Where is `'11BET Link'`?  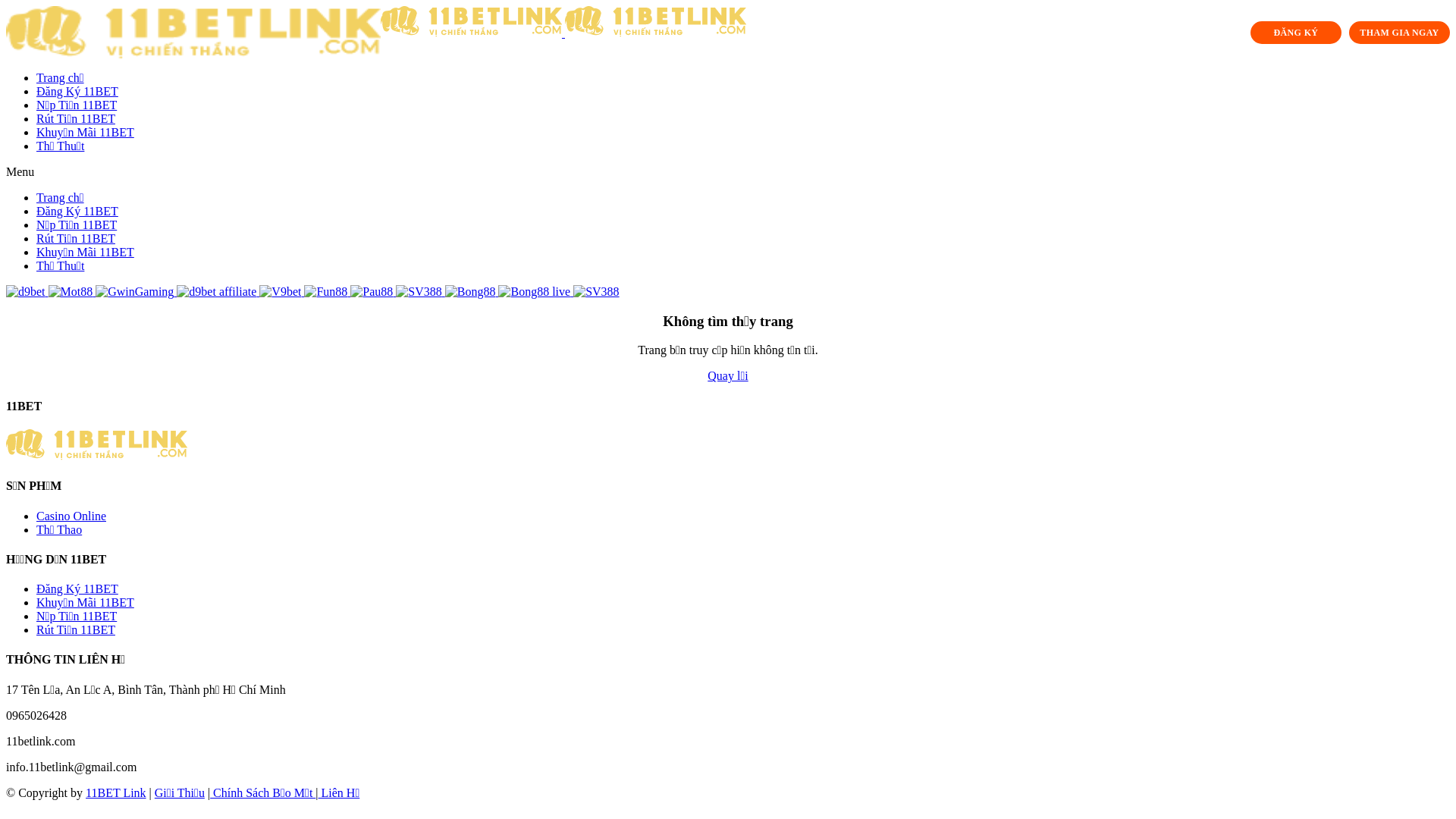 '11BET Link' is located at coordinates (115, 792).